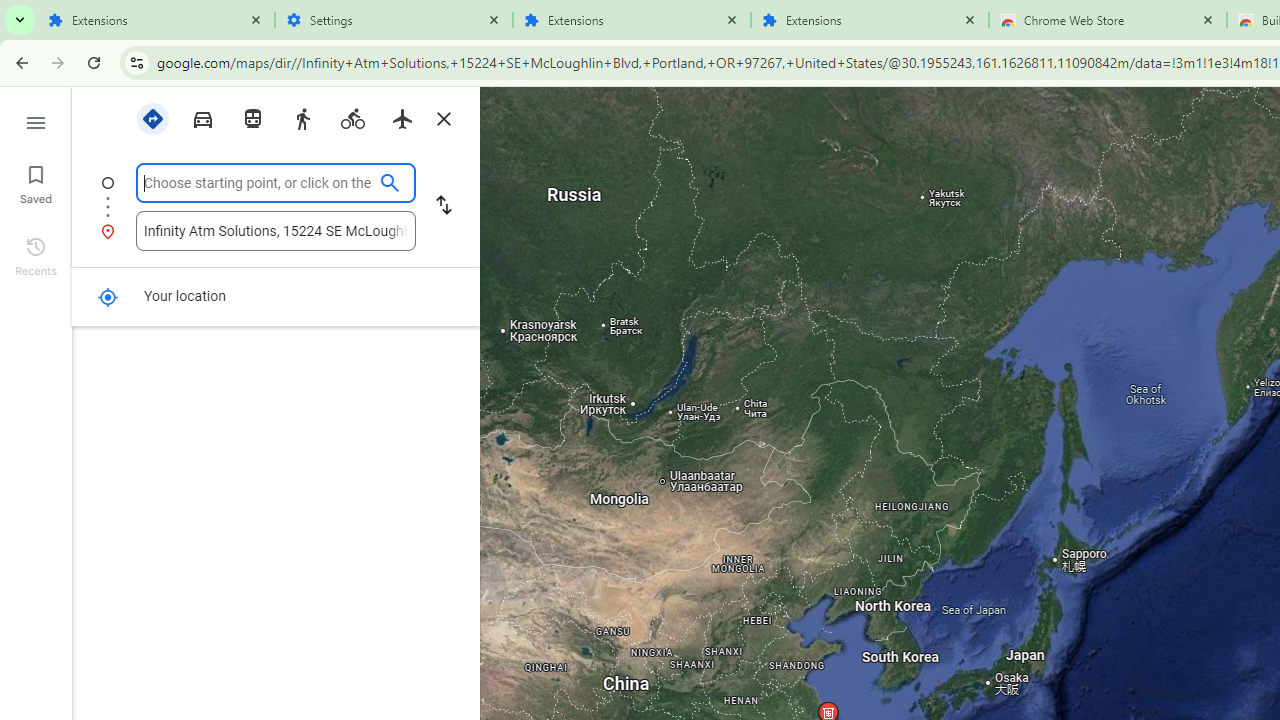 The image size is (1280, 720). What do you see at coordinates (442, 119) in the screenshot?
I see `'Close directions'` at bounding box center [442, 119].